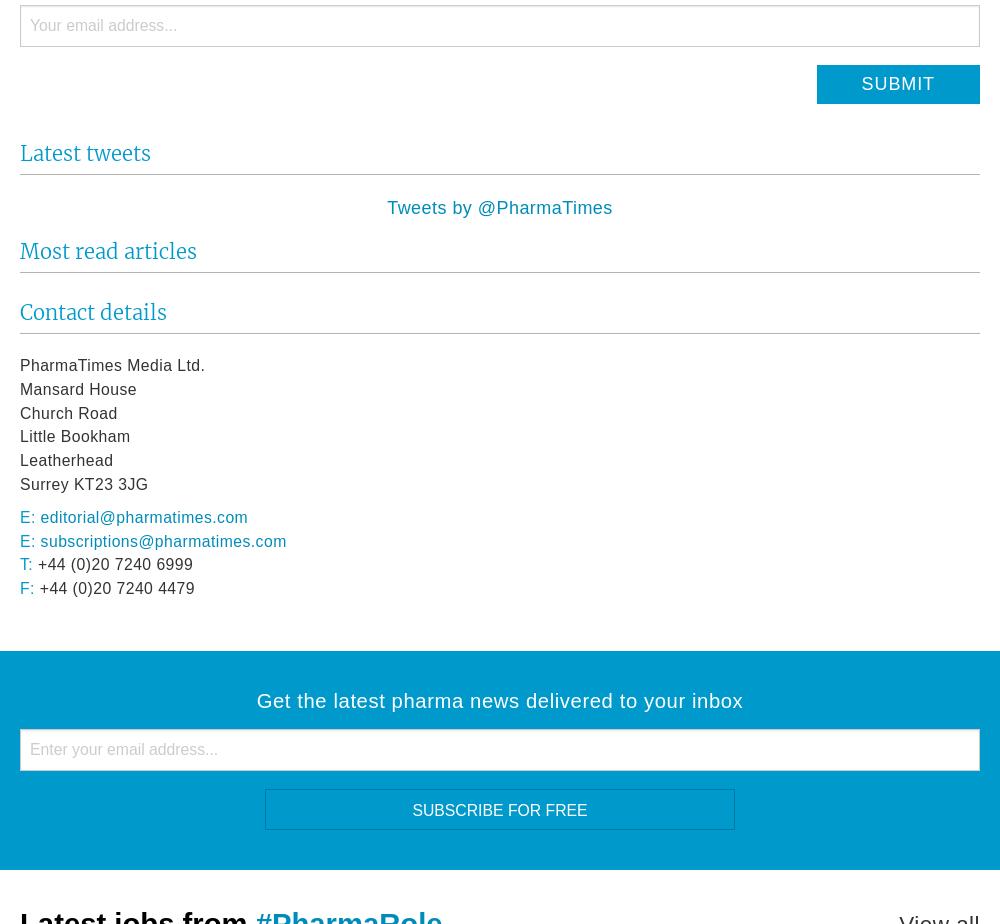 The height and width of the screenshot is (924, 1000). Describe the element at coordinates (65, 459) in the screenshot. I see `'Leatherhead'` at that location.